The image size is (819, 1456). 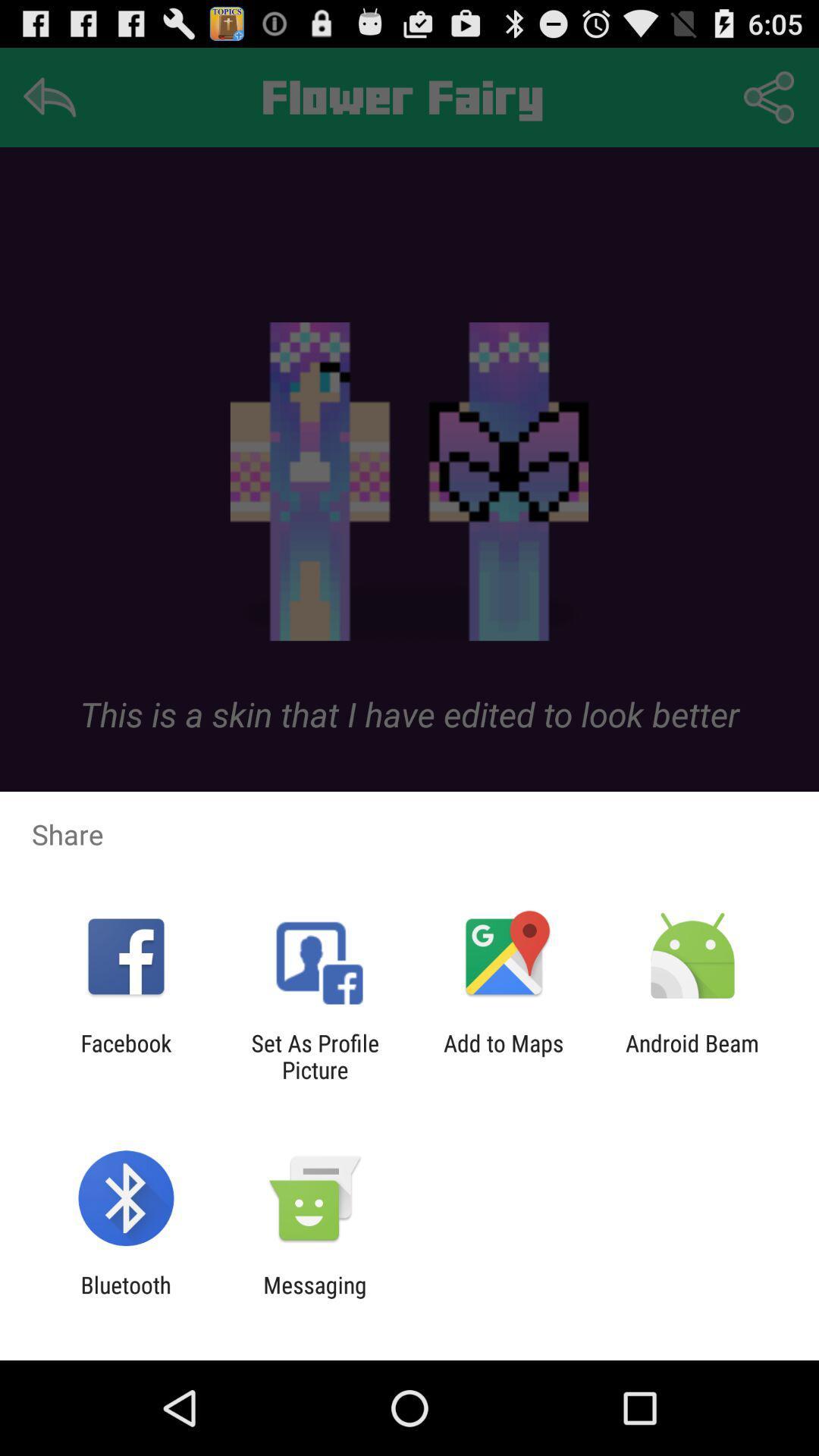 What do you see at coordinates (504, 1056) in the screenshot?
I see `add to maps item` at bounding box center [504, 1056].